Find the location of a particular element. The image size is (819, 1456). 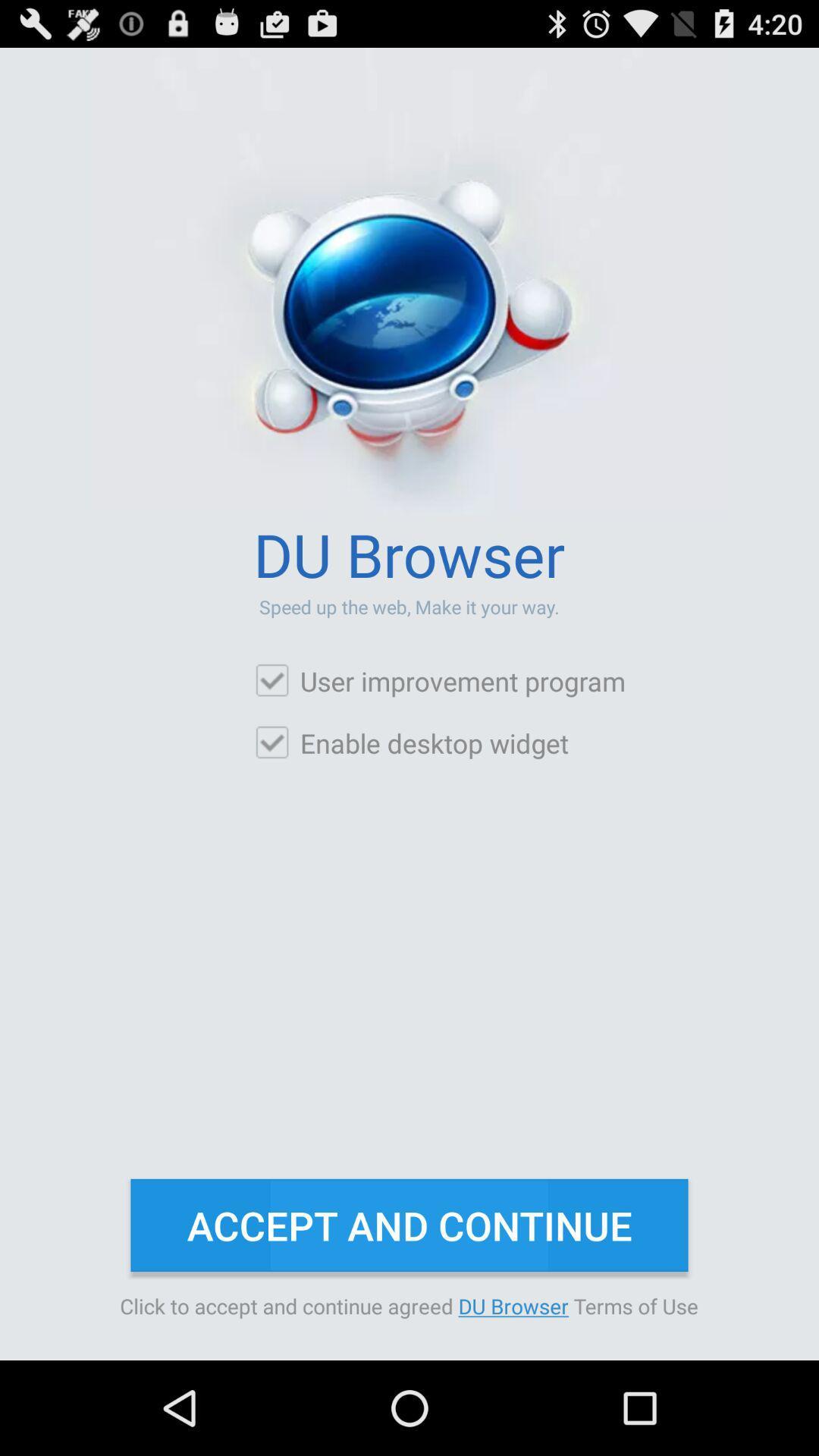

the item below the accept and continue button is located at coordinates (408, 1305).